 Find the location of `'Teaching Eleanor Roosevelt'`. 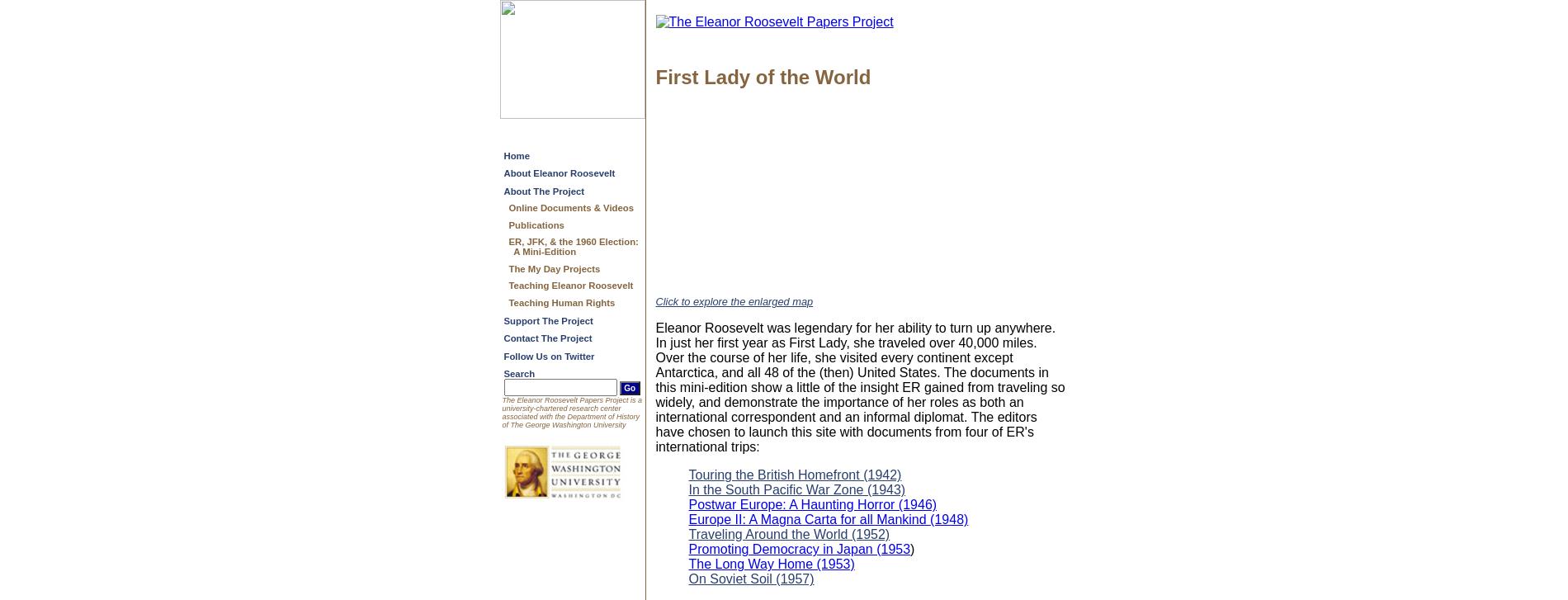

'Teaching Eleanor Roosevelt' is located at coordinates (570, 285).